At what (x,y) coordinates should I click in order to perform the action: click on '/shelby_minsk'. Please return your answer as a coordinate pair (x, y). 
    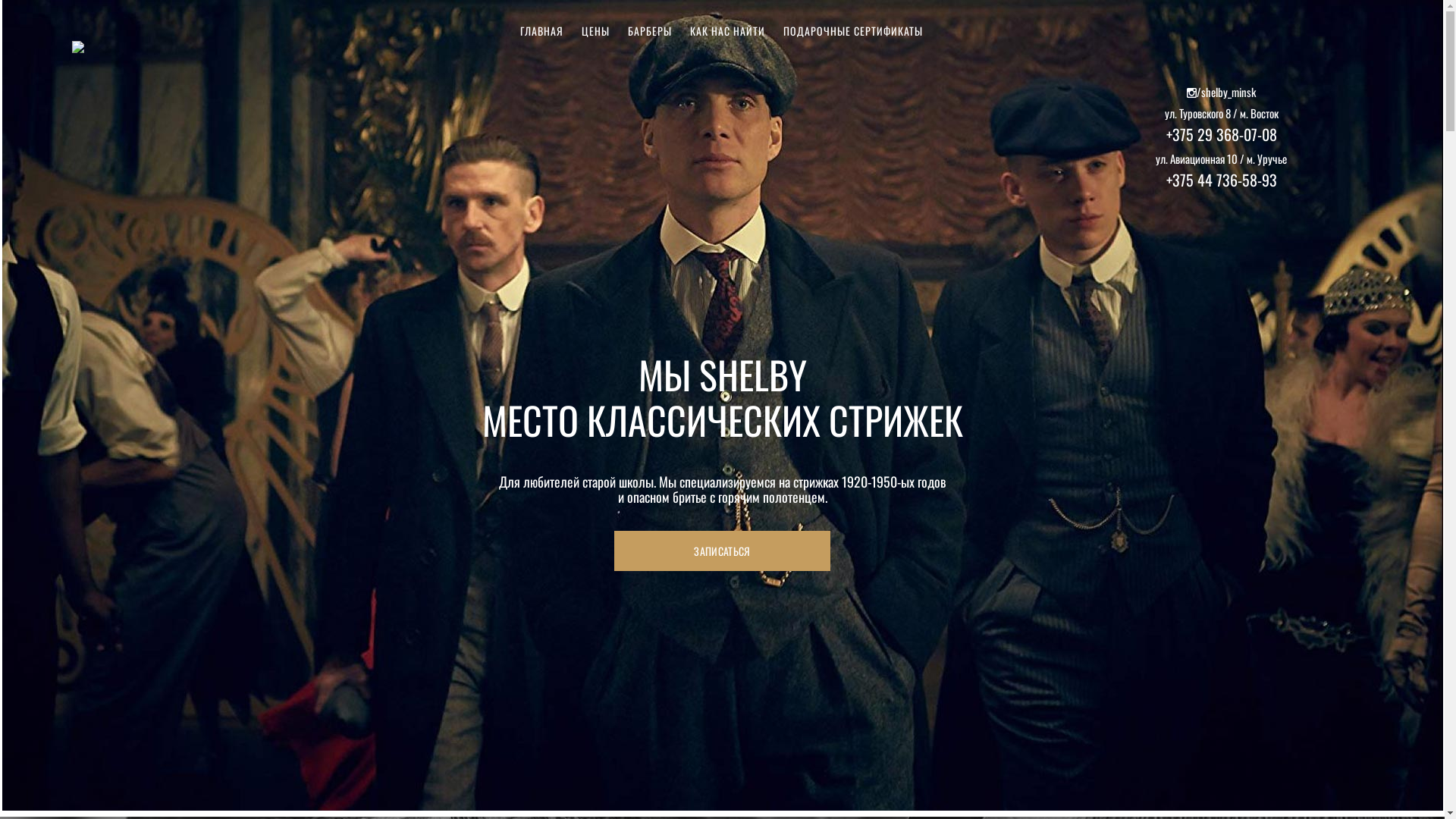
    Looking at the image, I should click on (1221, 93).